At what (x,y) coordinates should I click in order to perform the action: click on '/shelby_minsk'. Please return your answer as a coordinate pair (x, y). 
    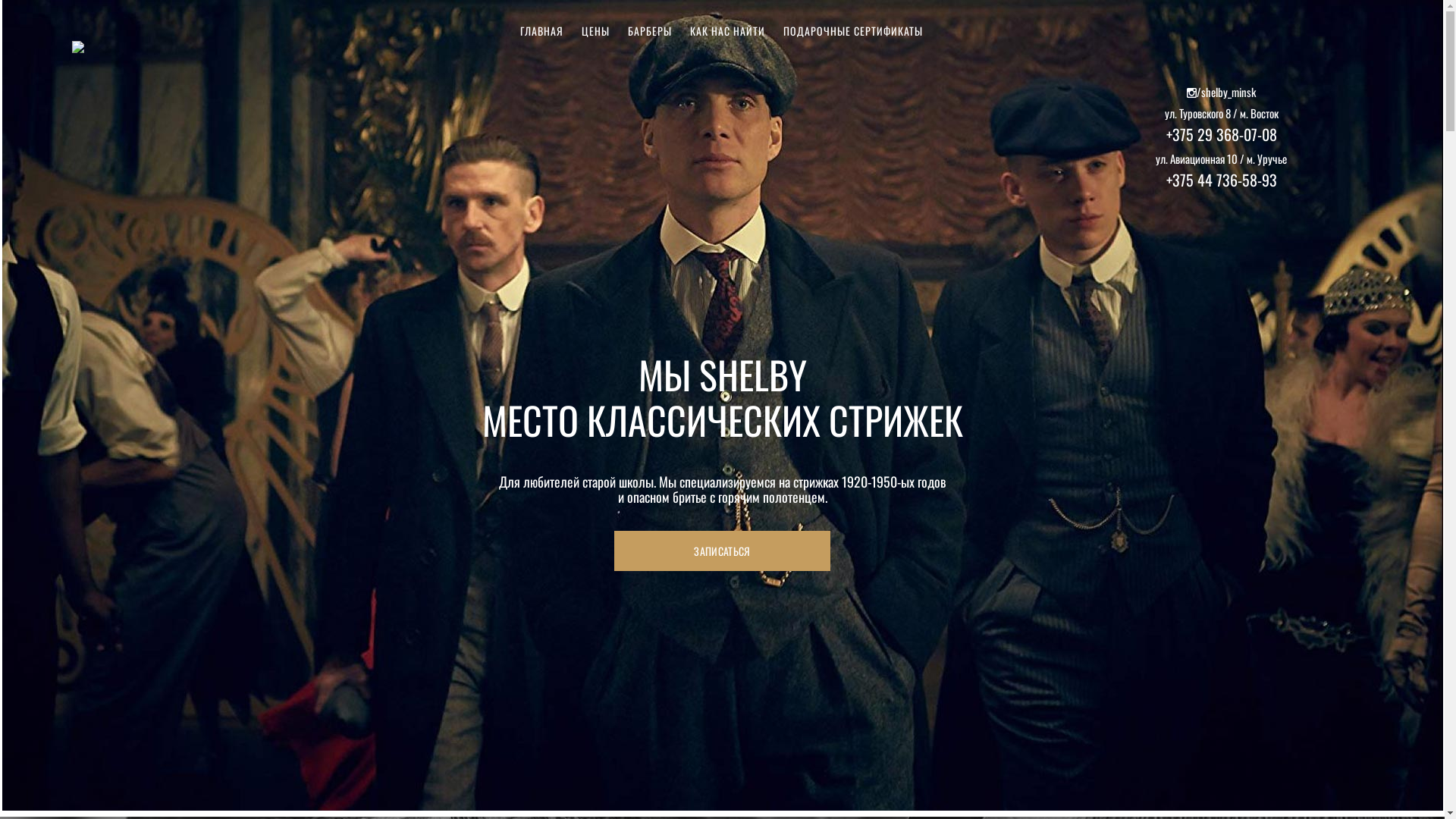
    Looking at the image, I should click on (1221, 93).